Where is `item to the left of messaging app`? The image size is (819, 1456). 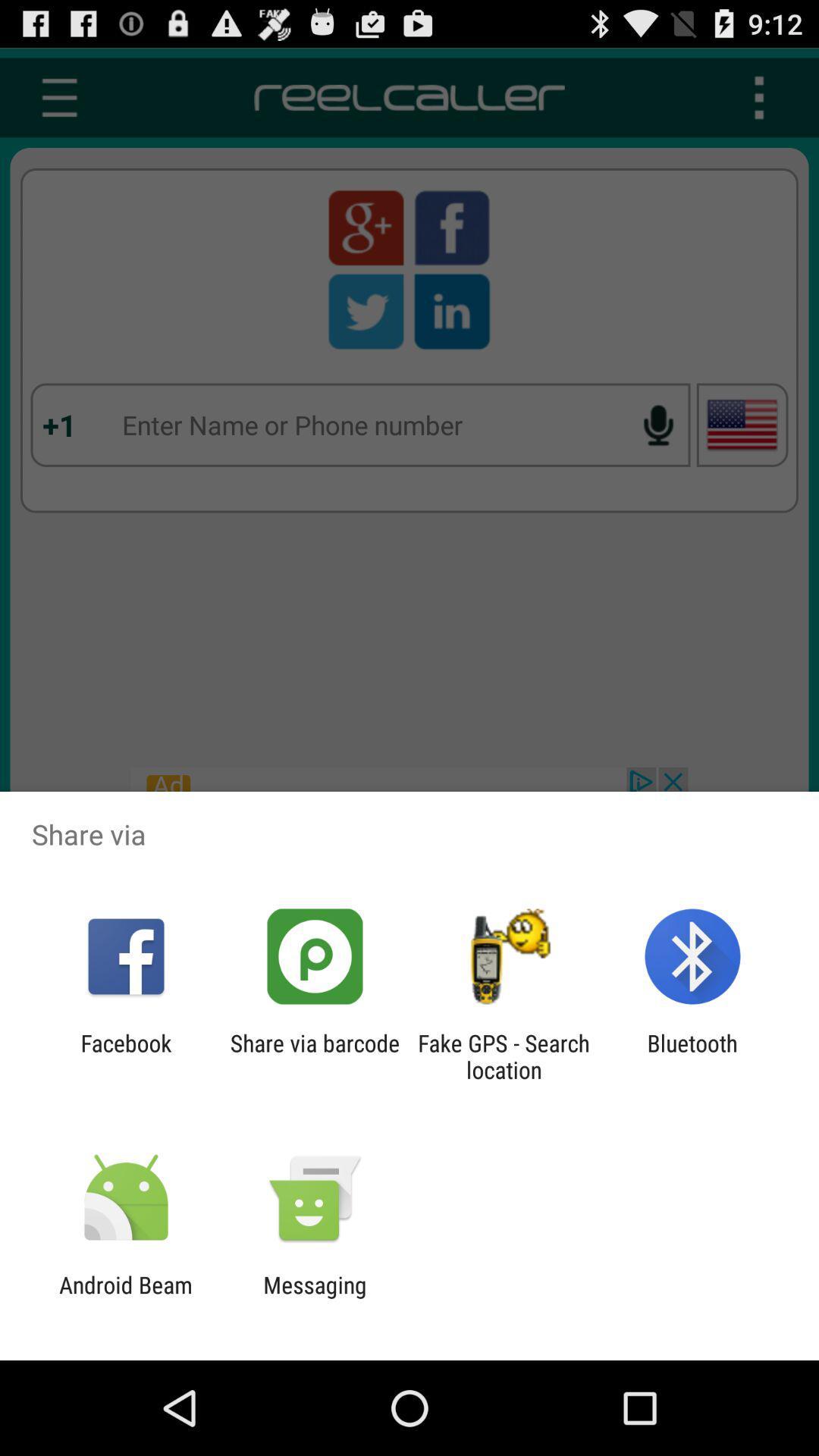
item to the left of messaging app is located at coordinates (125, 1298).